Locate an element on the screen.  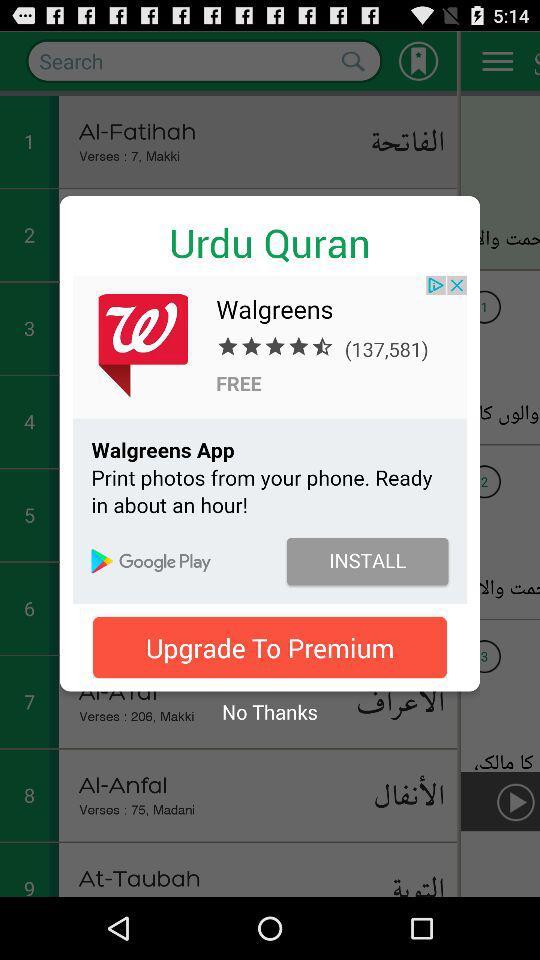
walgreens app advertisement is located at coordinates (270, 439).